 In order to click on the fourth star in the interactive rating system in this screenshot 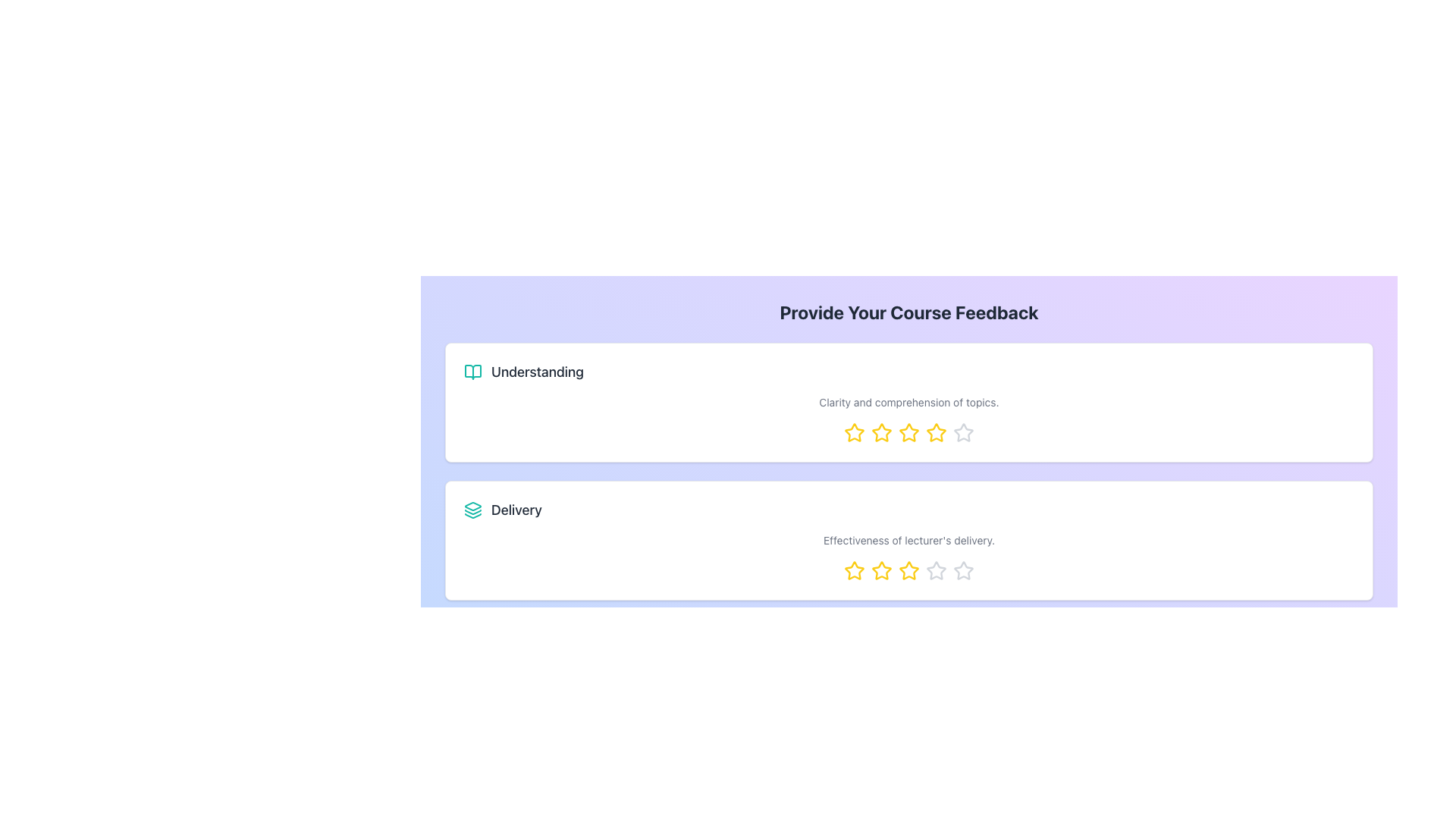, I will do `click(909, 570)`.